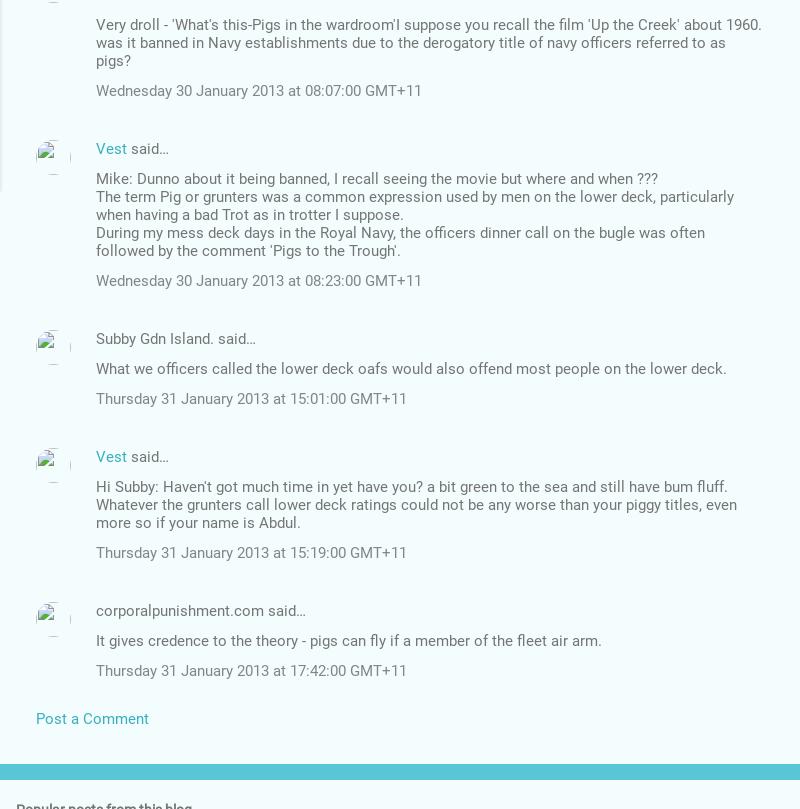 The width and height of the screenshot is (800, 809). Describe the element at coordinates (96, 240) in the screenshot. I see `'During my mess deck days in the Royal Navy, the officers dinner call on the bugle was often followed by the comment 'Pigs to the Trough'.'` at that location.